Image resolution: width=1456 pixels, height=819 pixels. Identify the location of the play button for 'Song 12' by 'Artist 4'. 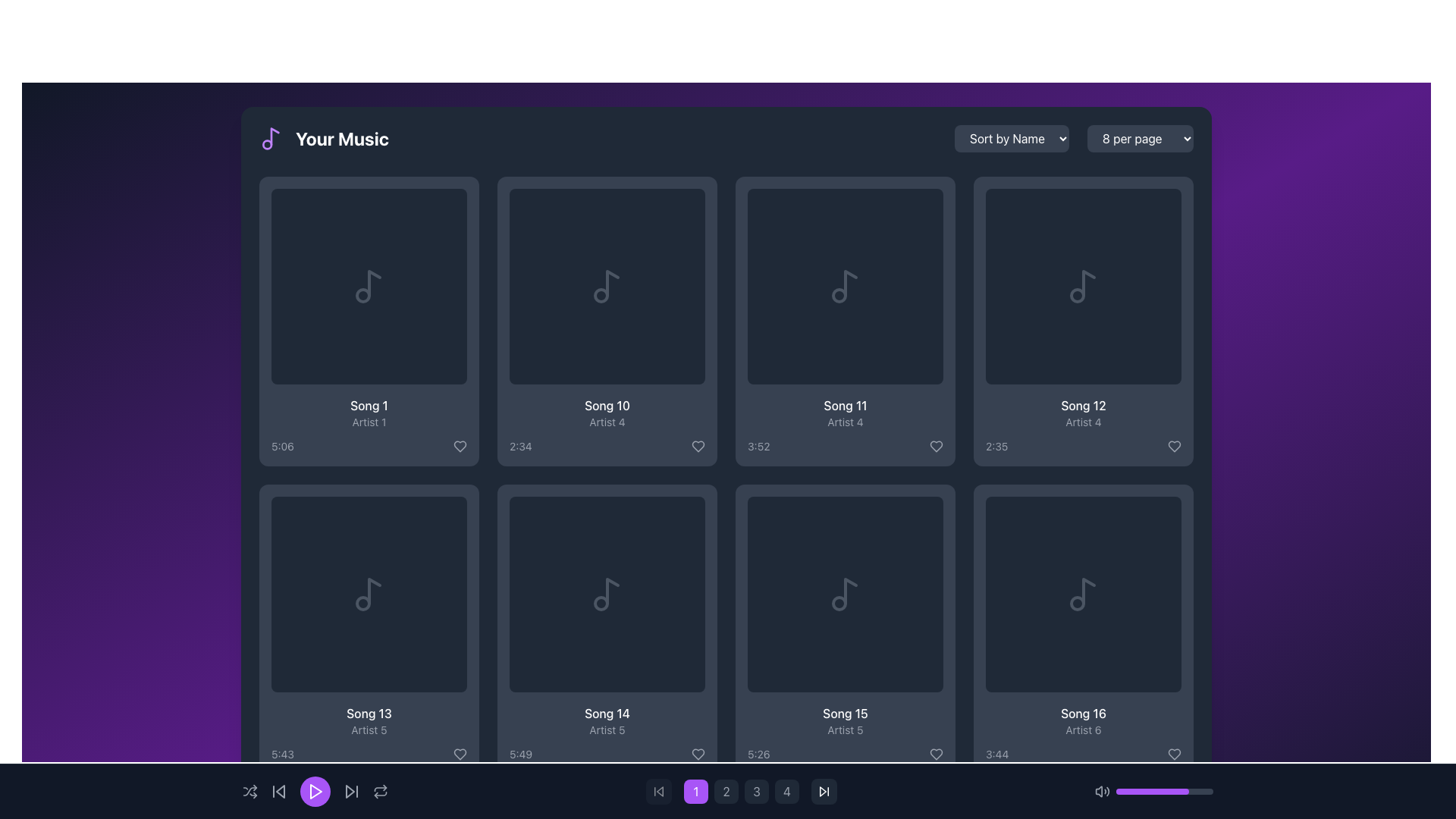
(1083, 287).